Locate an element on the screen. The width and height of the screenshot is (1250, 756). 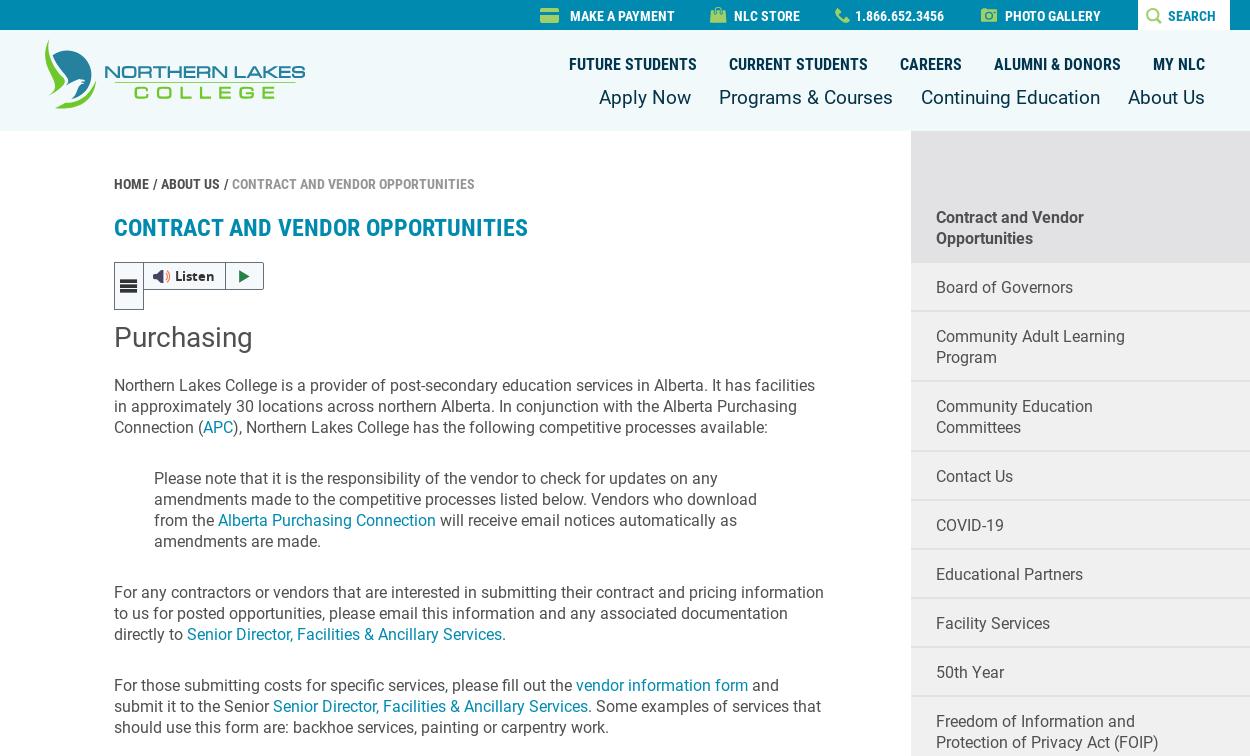
'Search' is located at coordinates (1168, 15).